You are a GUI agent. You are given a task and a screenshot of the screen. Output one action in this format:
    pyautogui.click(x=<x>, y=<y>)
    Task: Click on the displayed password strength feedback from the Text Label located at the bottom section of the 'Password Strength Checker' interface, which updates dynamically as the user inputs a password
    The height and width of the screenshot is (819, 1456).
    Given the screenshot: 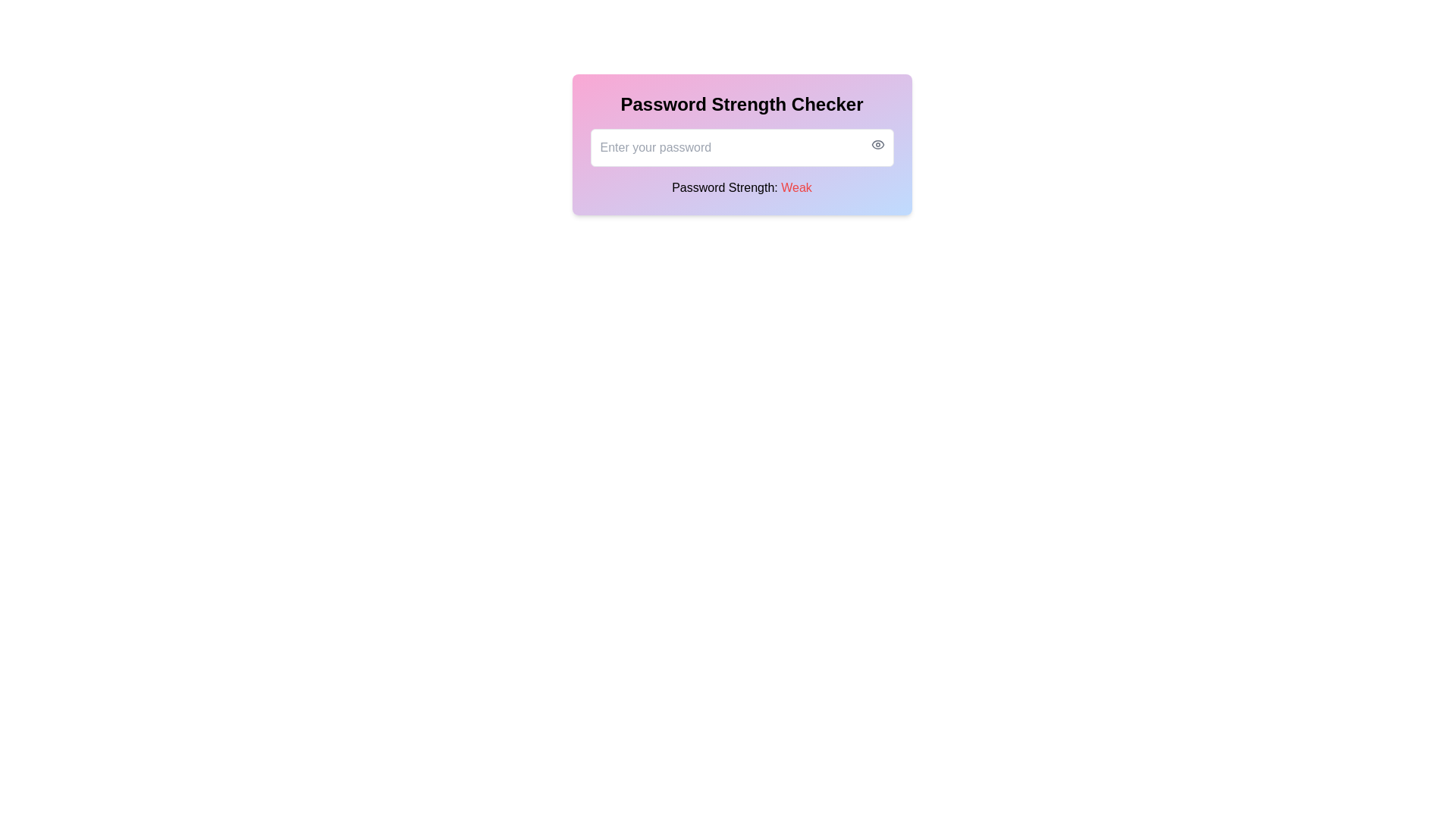 What is the action you would take?
    pyautogui.click(x=742, y=187)
    